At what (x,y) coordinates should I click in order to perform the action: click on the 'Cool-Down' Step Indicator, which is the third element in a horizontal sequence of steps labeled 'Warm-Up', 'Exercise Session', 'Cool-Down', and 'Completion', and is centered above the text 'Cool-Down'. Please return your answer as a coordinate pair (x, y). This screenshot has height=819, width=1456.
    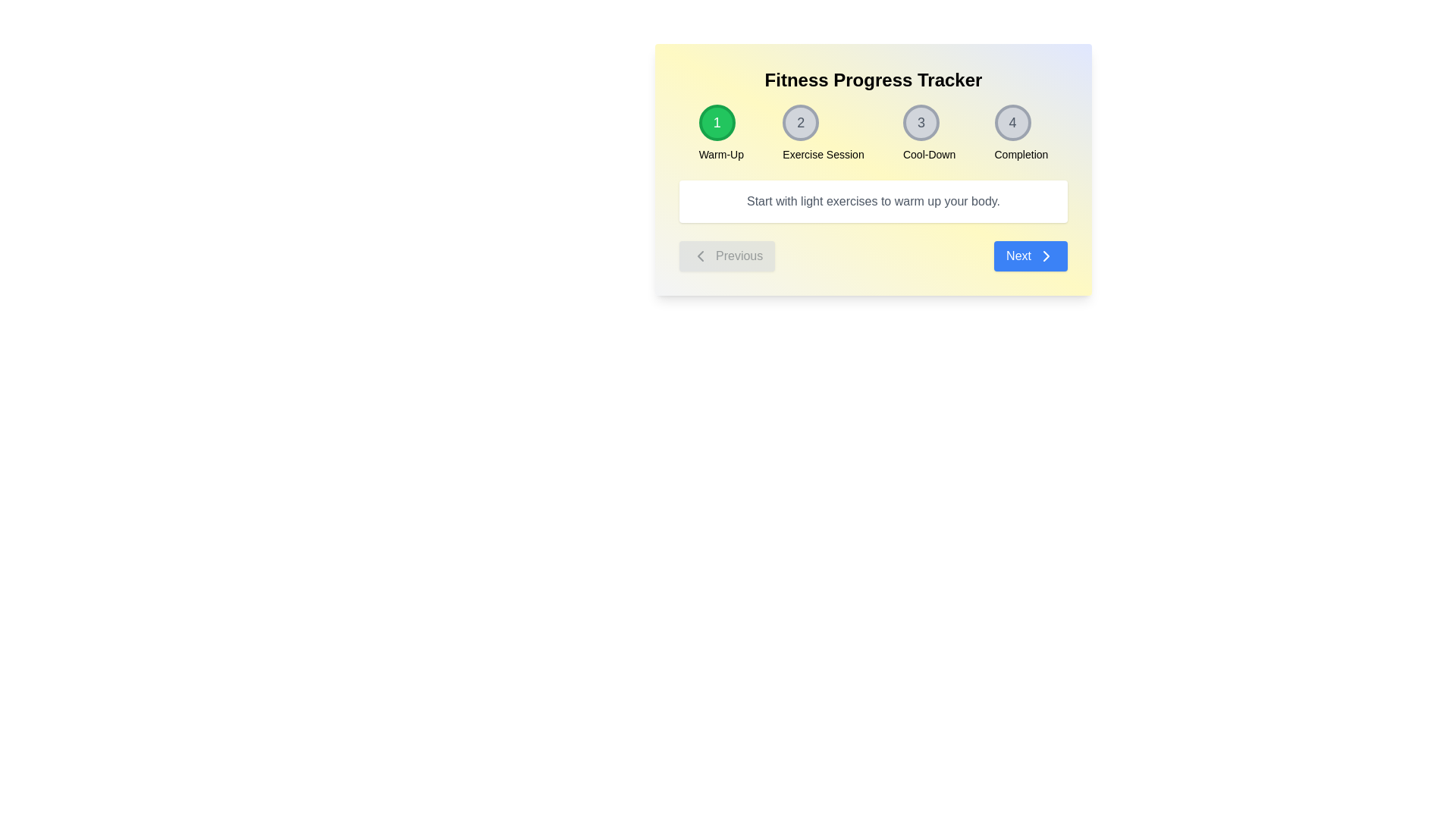
    Looking at the image, I should click on (928, 133).